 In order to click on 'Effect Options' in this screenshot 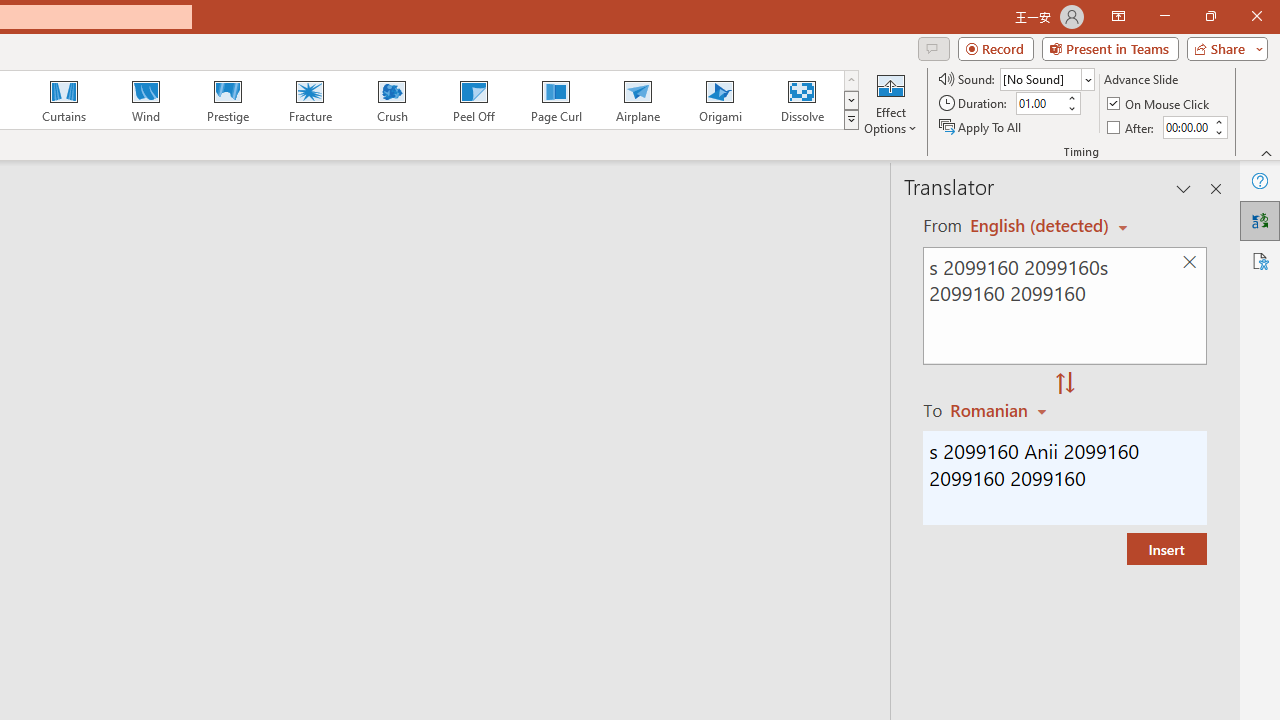, I will do `click(889, 103)`.